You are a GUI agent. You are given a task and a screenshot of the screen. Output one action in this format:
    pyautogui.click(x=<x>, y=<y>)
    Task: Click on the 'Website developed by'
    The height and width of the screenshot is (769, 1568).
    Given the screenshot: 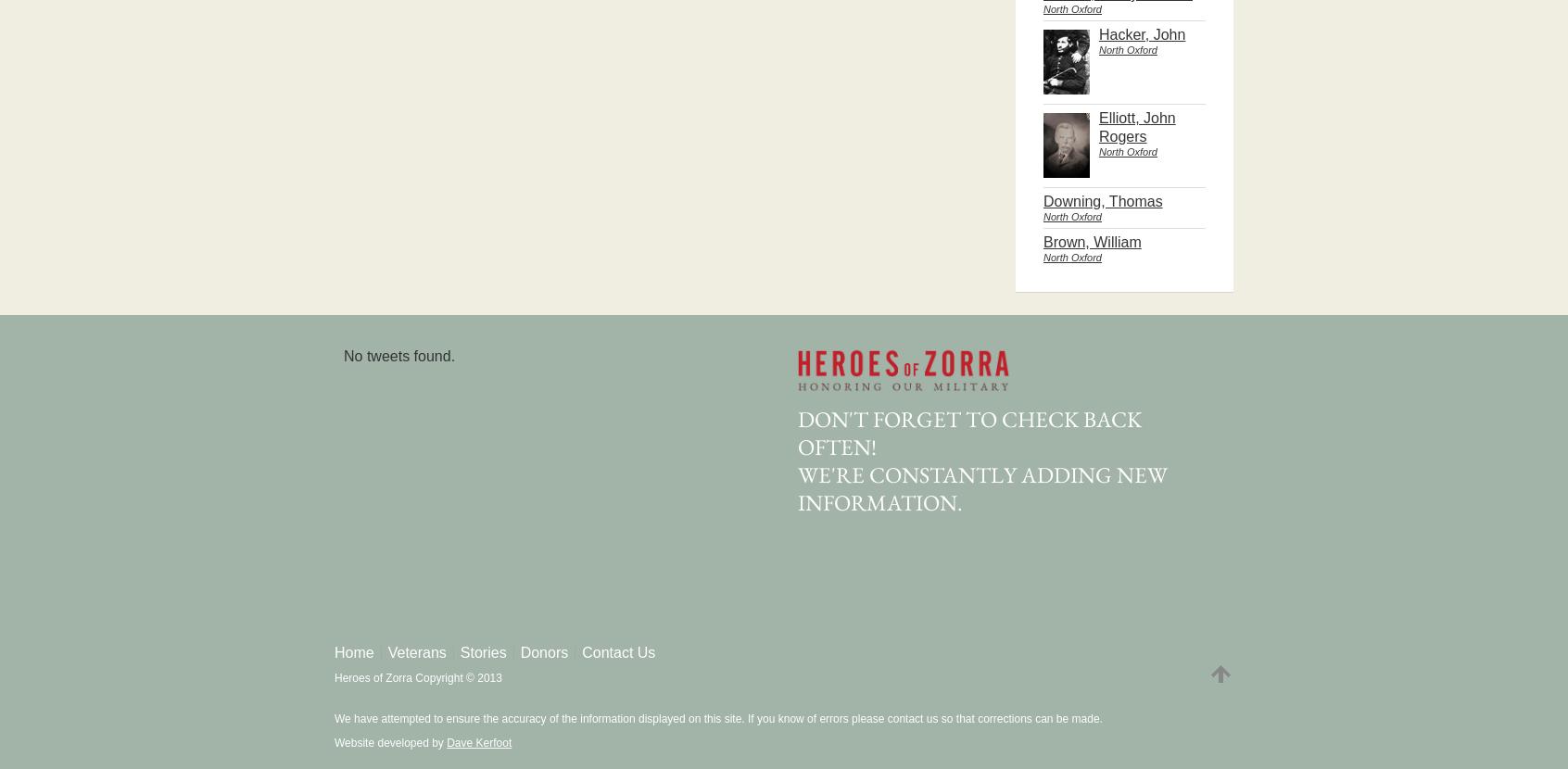 What is the action you would take?
    pyautogui.click(x=390, y=742)
    